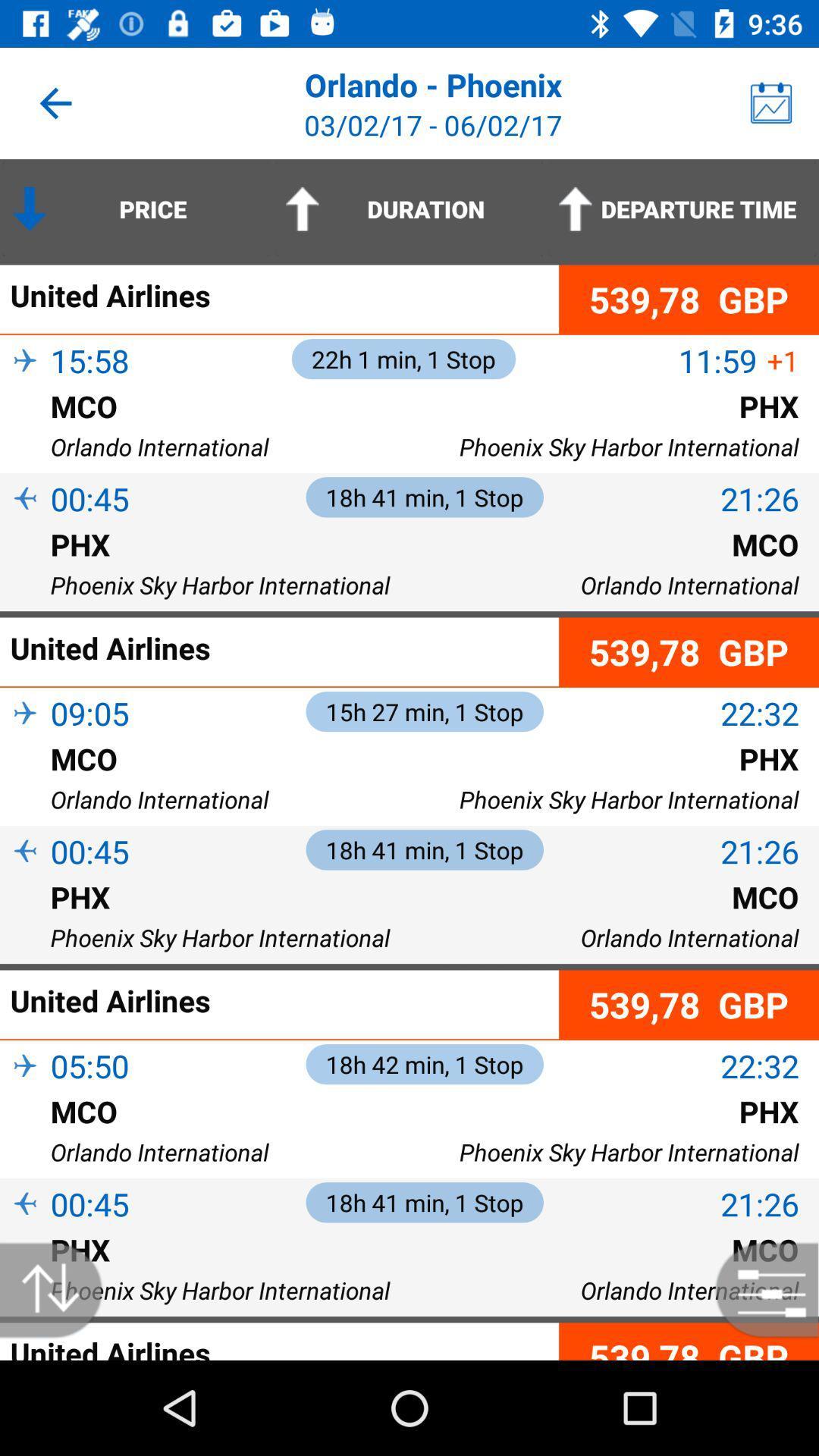  What do you see at coordinates (25, 783) in the screenshot?
I see `item to the left of the mco icon` at bounding box center [25, 783].